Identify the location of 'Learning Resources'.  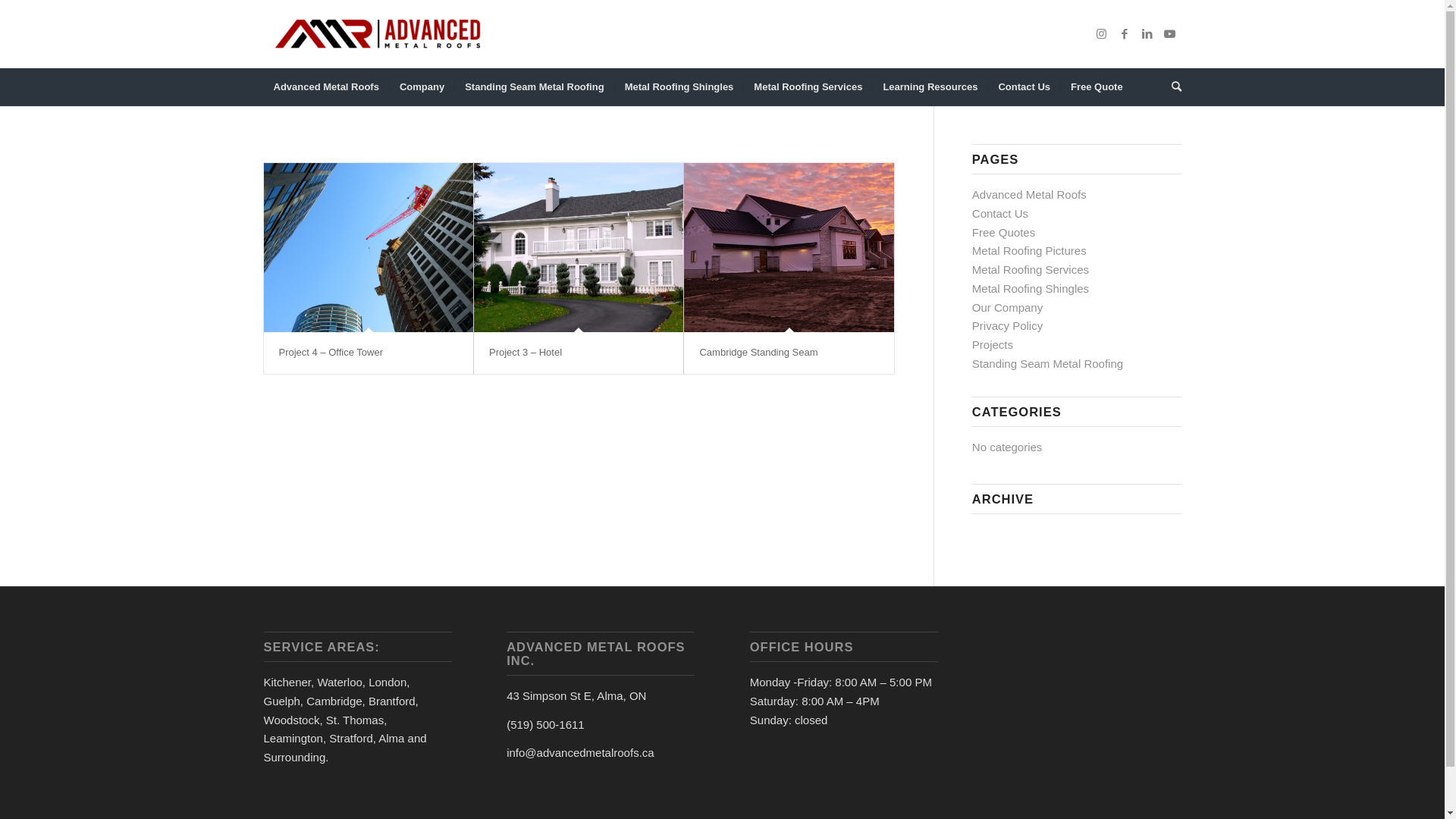
(928, 87).